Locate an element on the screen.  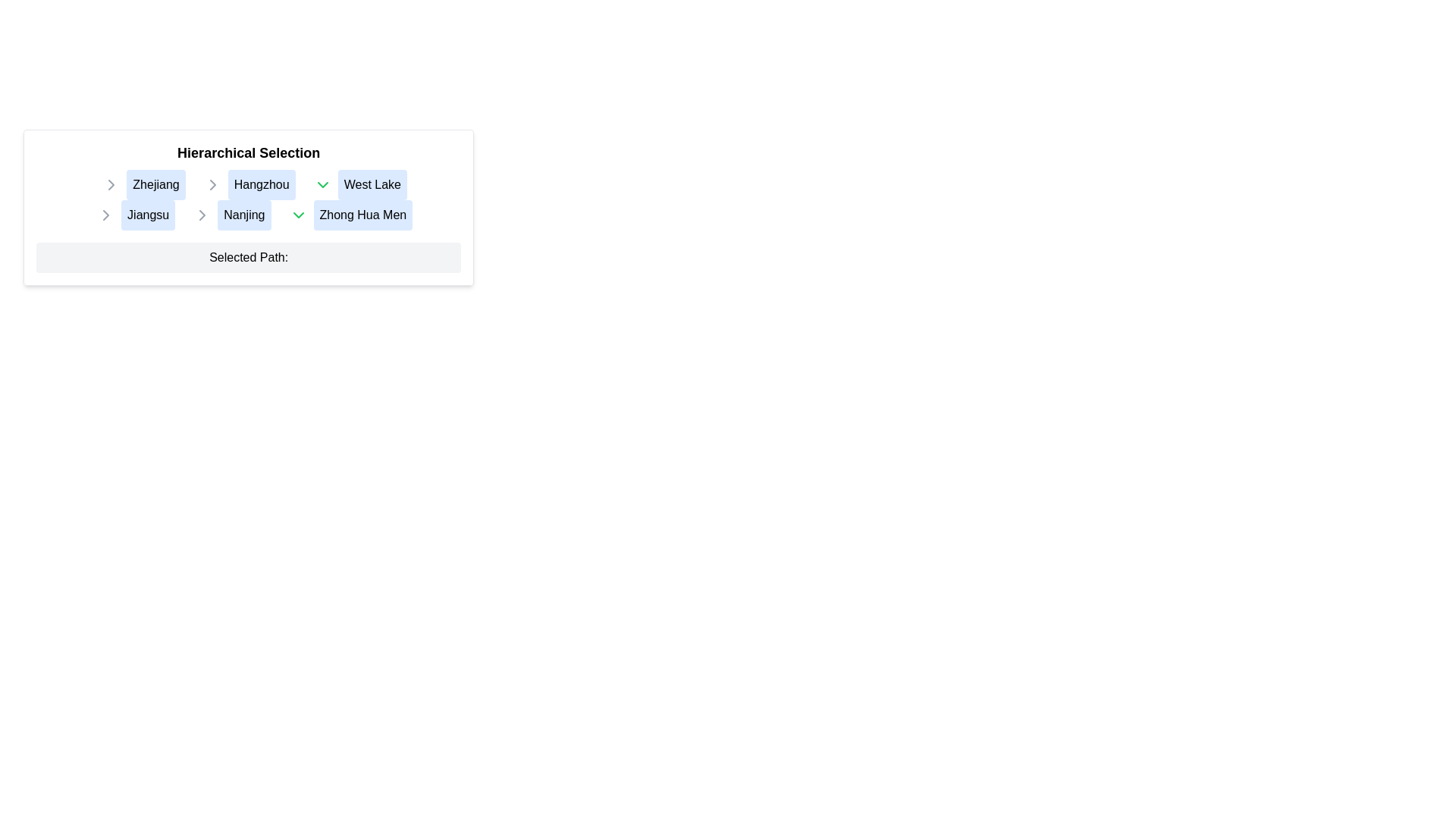
the Right Arrow Icon, which is a small gray chevron styled as a clean vector graphic design, located within the group labeled 'Nanjing Zhong Hua Men' before the text 'Nanjing' is located at coordinates (202, 215).